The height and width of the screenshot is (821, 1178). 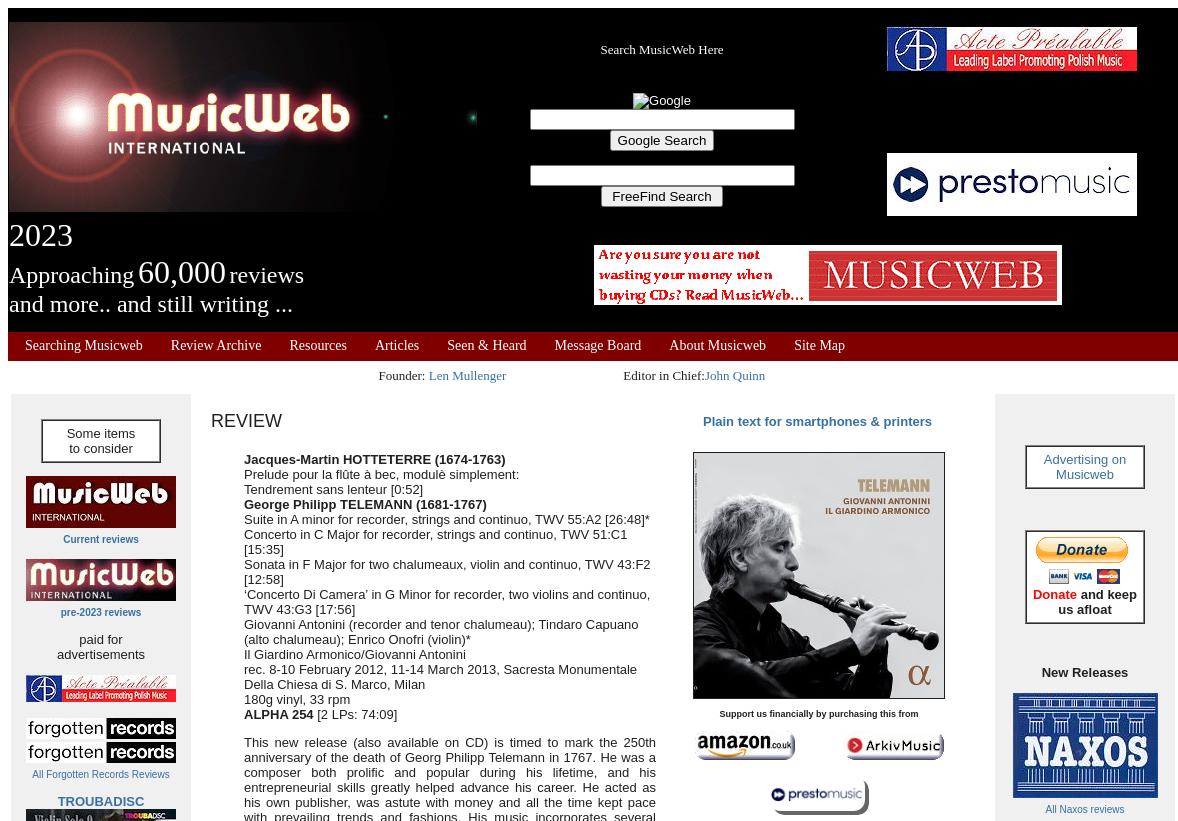 What do you see at coordinates (277, 713) in the screenshot?
I see `'ALPHA 254'` at bounding box center [277, 713].